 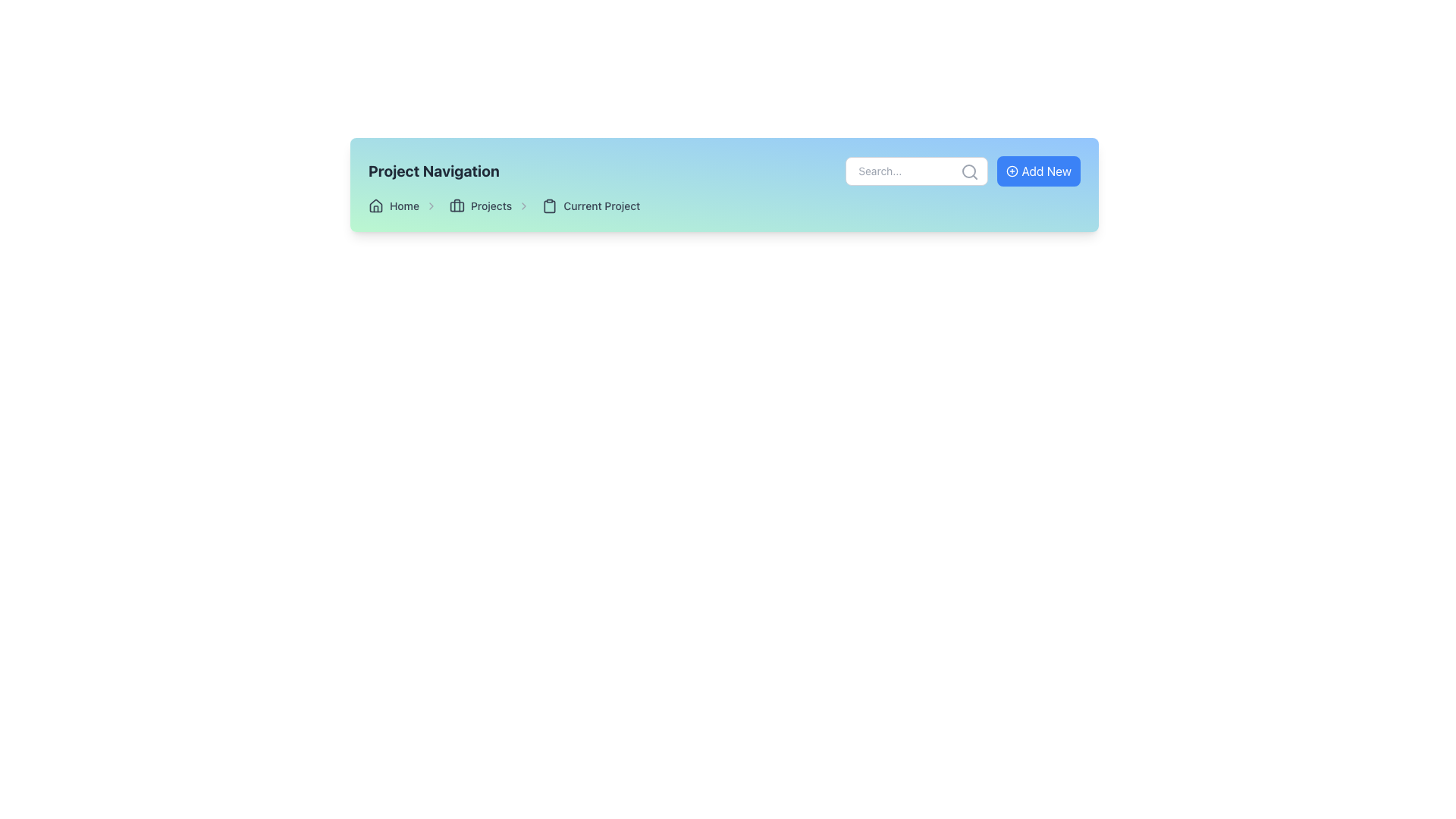 I want to click on left vertical line of the briefcase icon in the 'Projects' section of the breadcrumb navigation in the header bar, so click(x=457, y=205).